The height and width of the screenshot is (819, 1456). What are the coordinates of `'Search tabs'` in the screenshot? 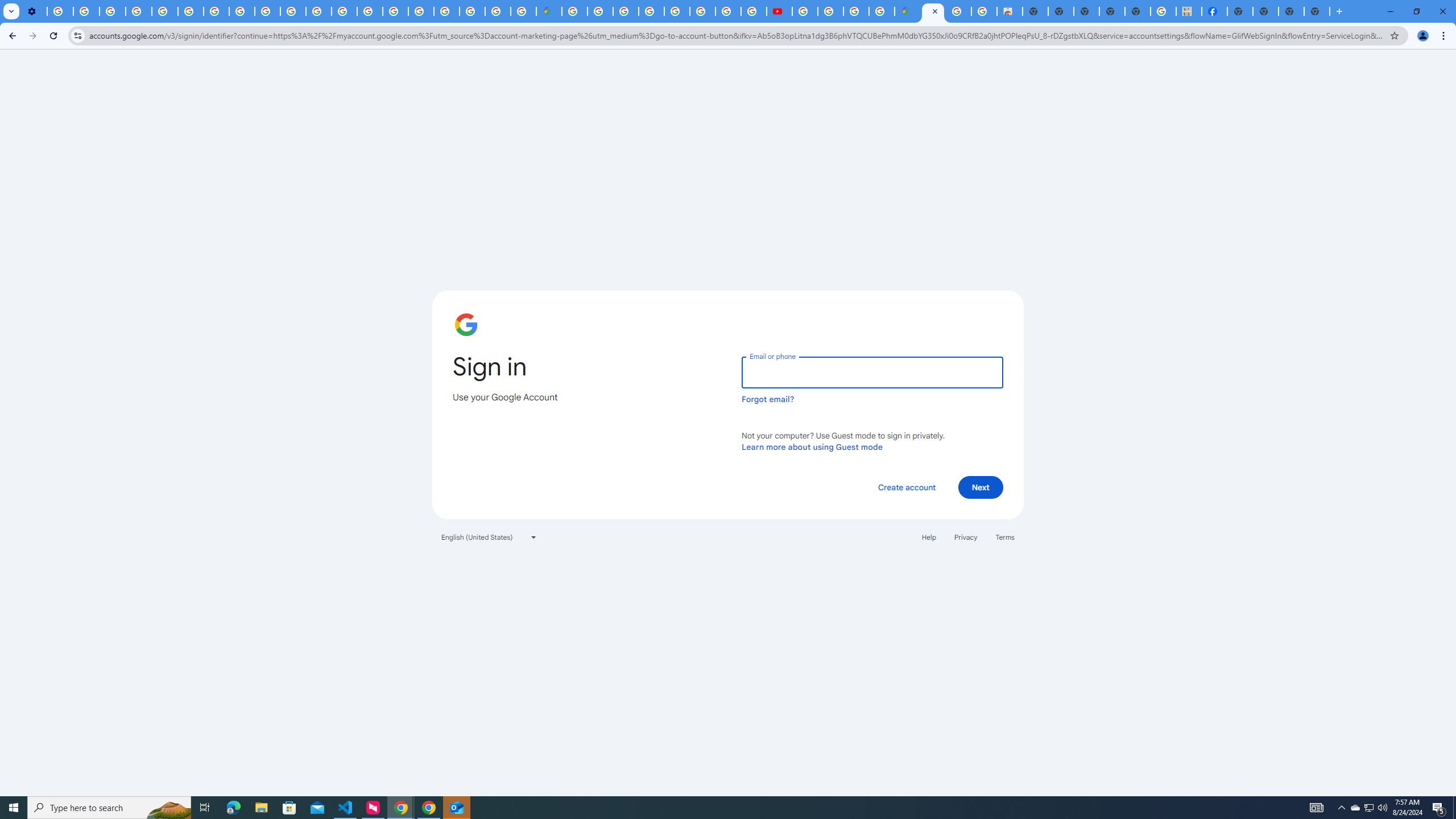 It's located at (11, 11).